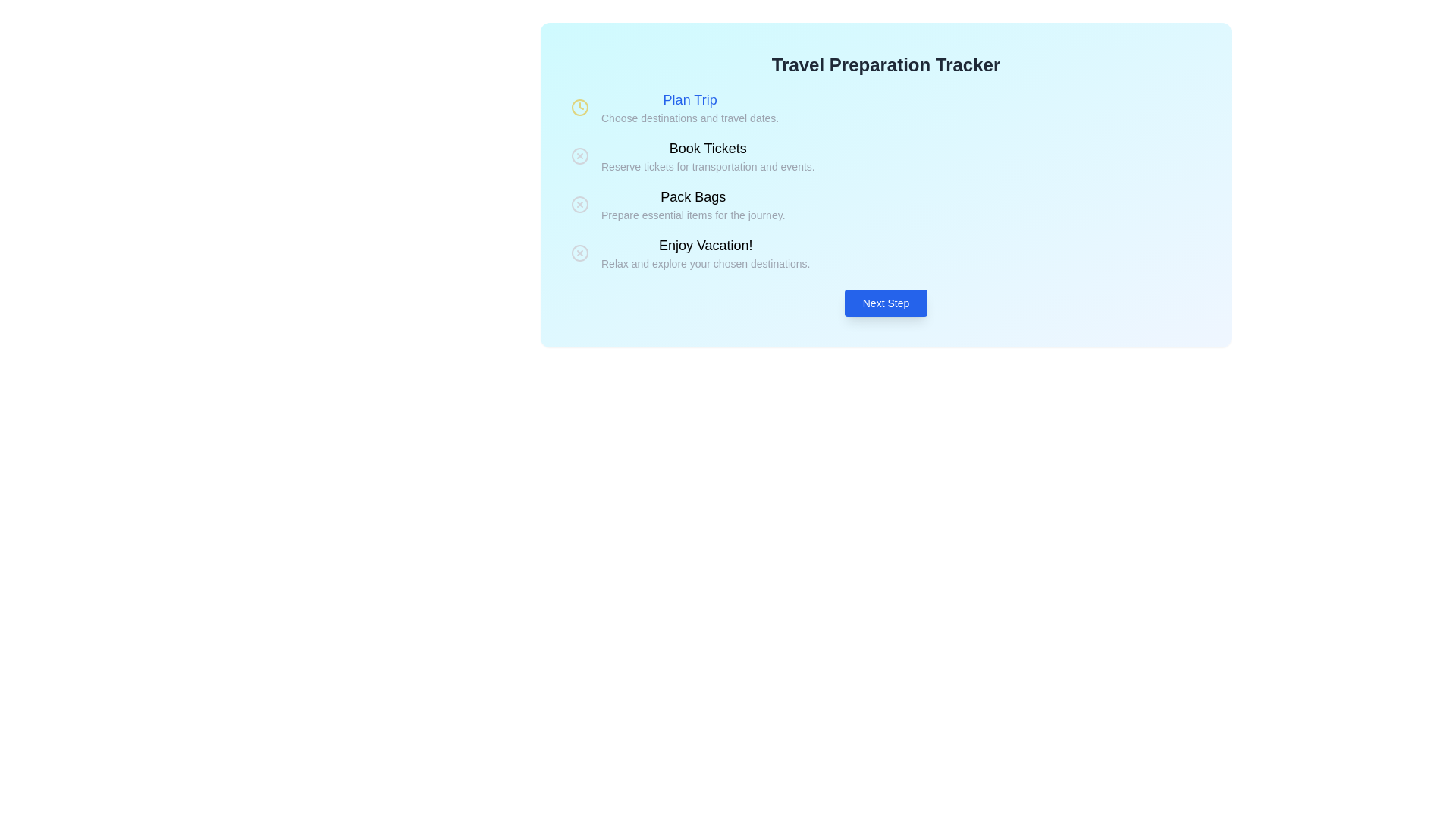 Image resolution: width=1456 pixels, height=819 pixels. What do you see at coordinates (704, 253) in the screenshot?
I see `the fourth item in the vertical sequence of labeled steps within the procedural list, which contains a header and descriptive subtitle` at bounding box center [704, 253].